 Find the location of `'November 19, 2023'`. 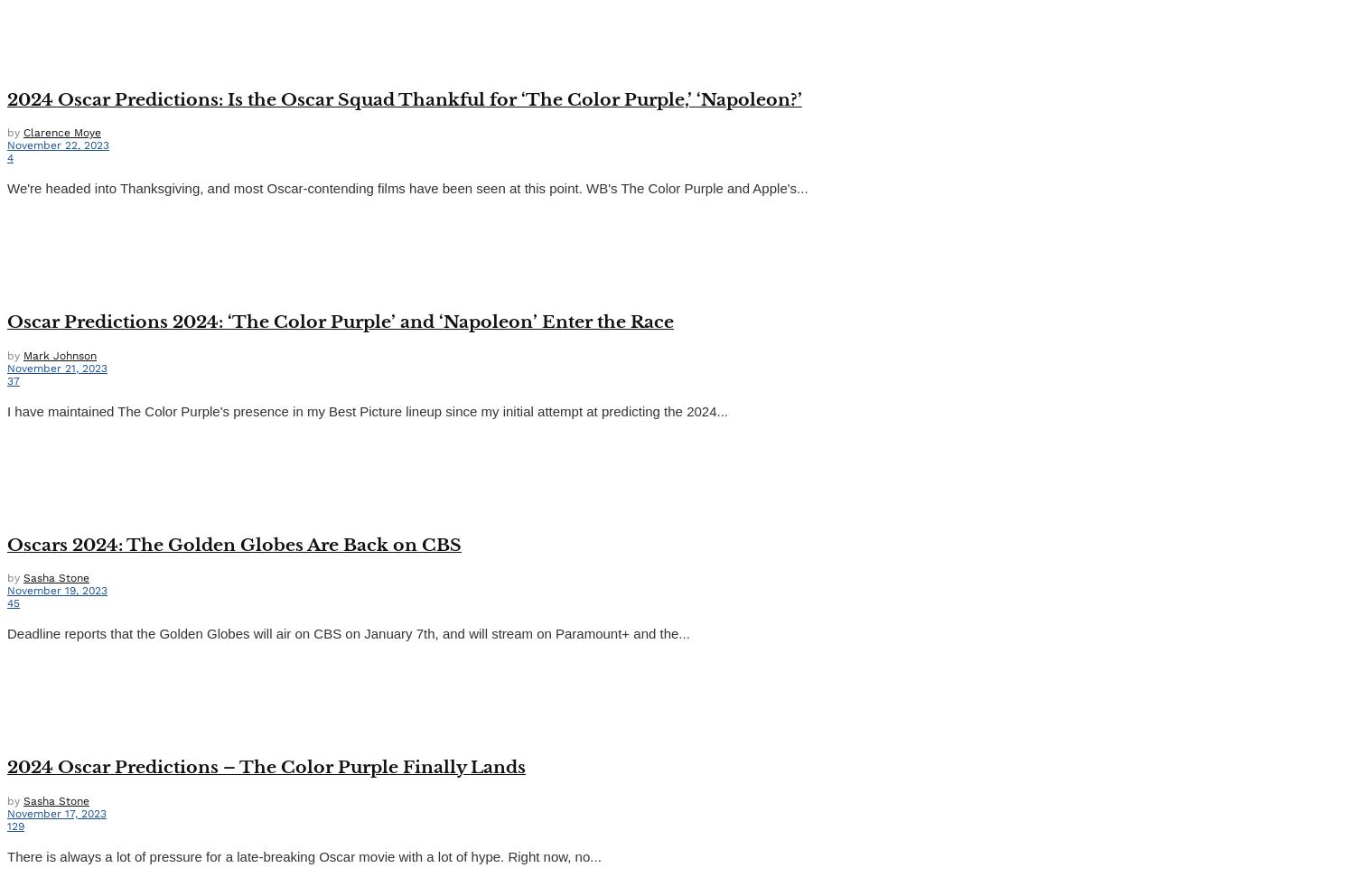

'November 19, 2023' is located at coordinates (6, 591).